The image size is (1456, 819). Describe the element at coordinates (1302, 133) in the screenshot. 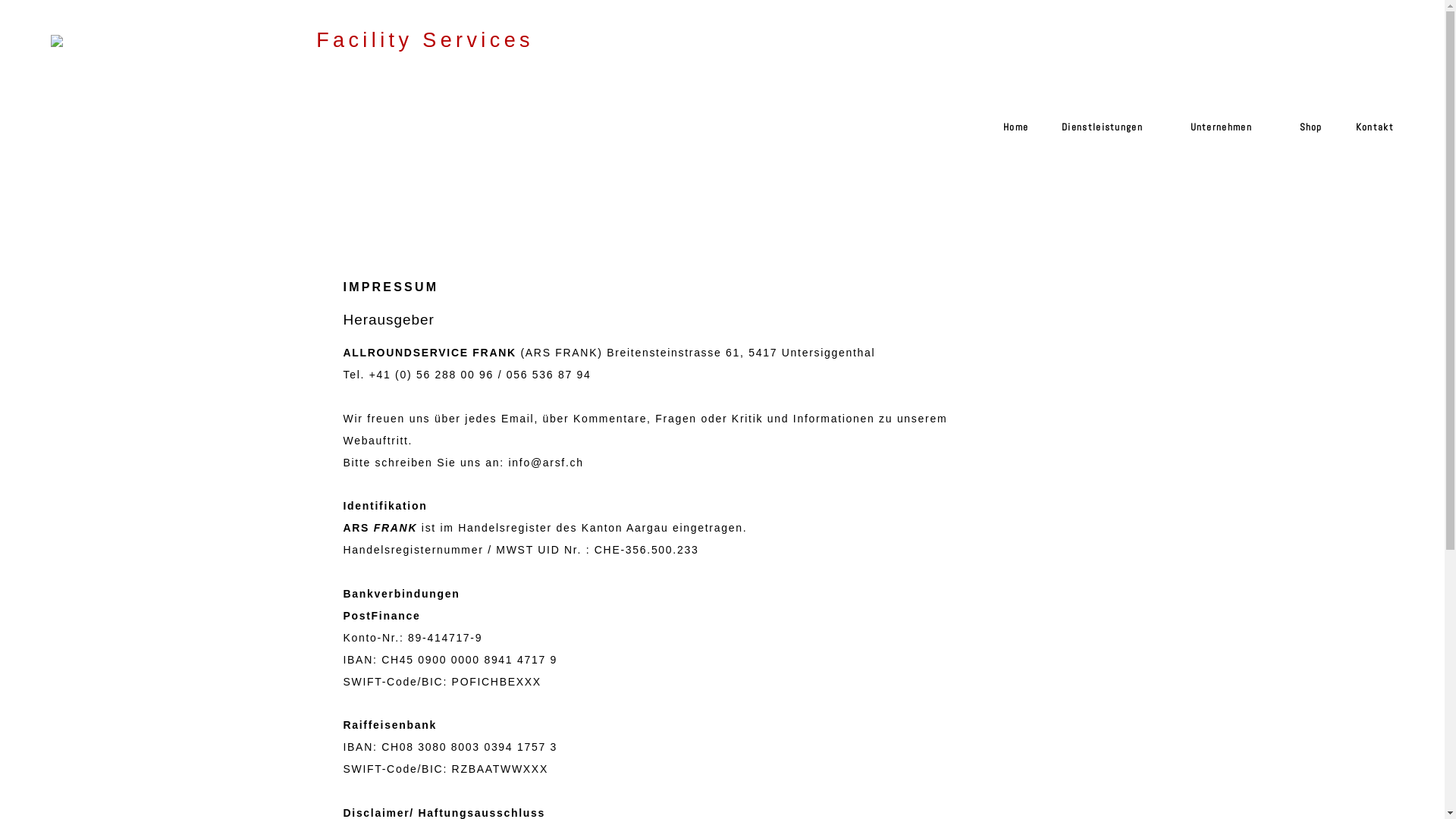

I see `'Shop'` at that location.